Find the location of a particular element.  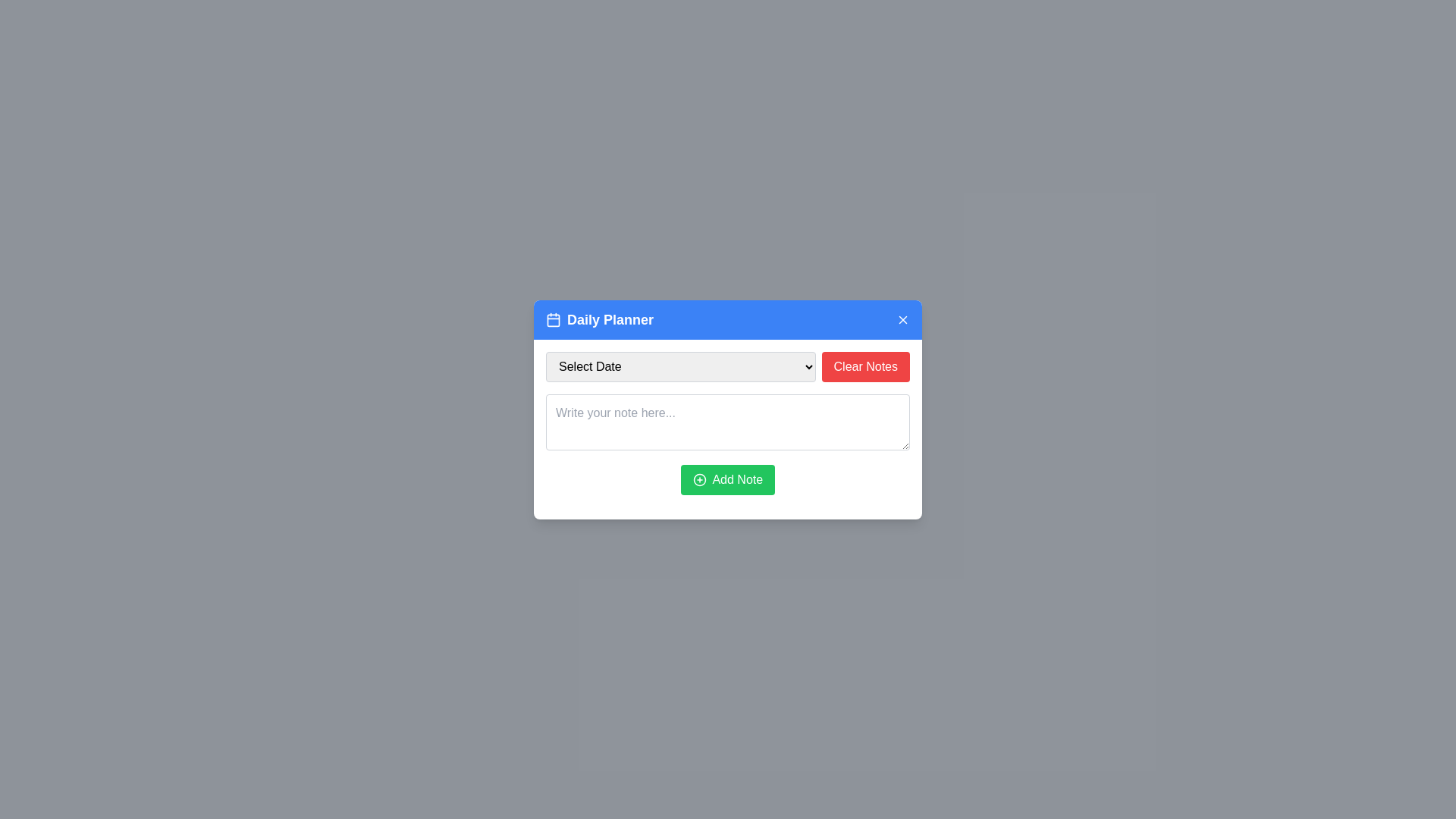

the Decorative Icon, which is a circular icon with a green border containing a '+' symbol, located inside the 'Add Note' button on its left end is located at coordinates (698, 480).